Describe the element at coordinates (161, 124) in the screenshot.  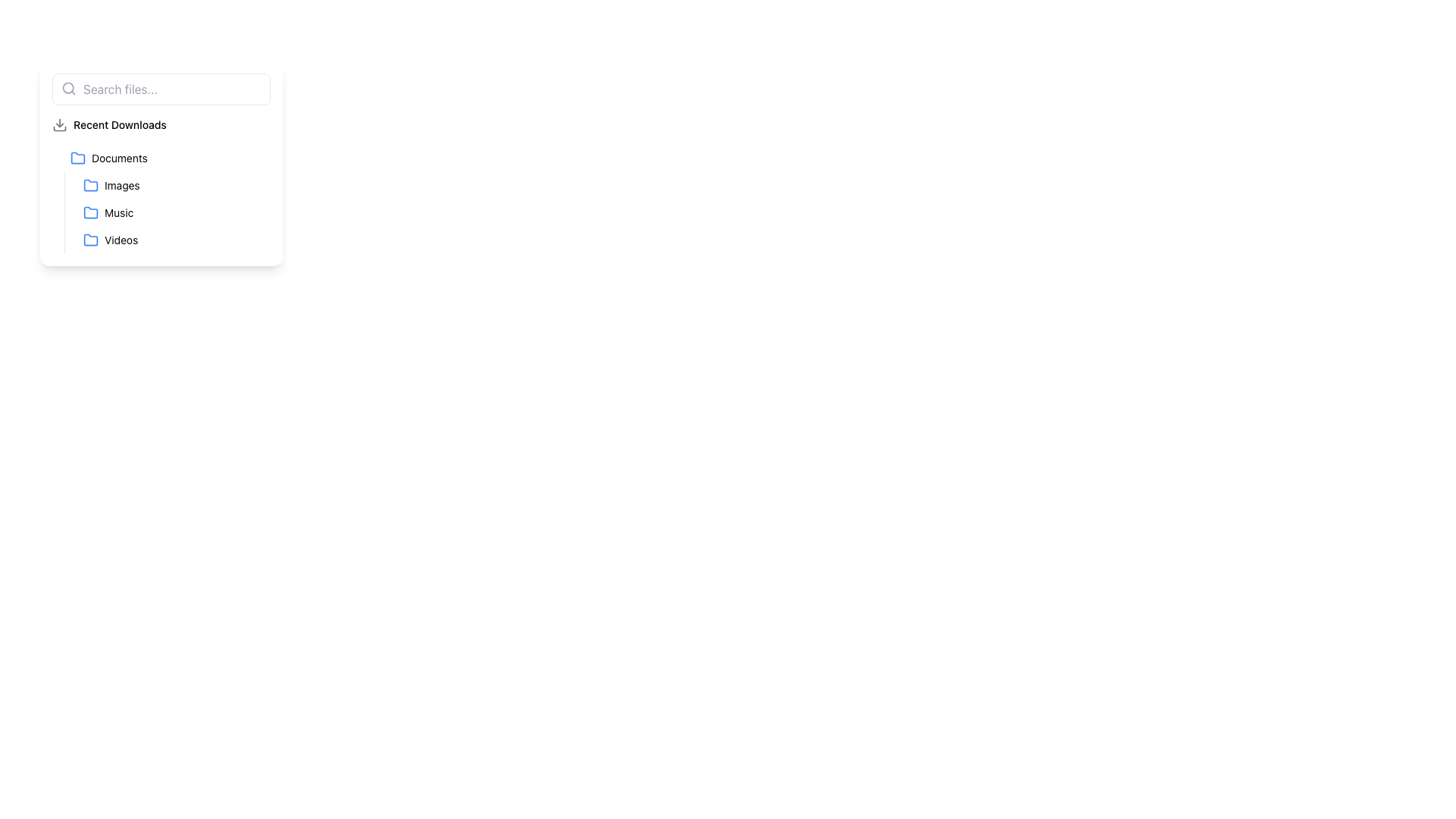
I see `the Header with icon and text that groups or categorizes recently downloaded files, located in the file navigation panel beneath the search bar` at that location.